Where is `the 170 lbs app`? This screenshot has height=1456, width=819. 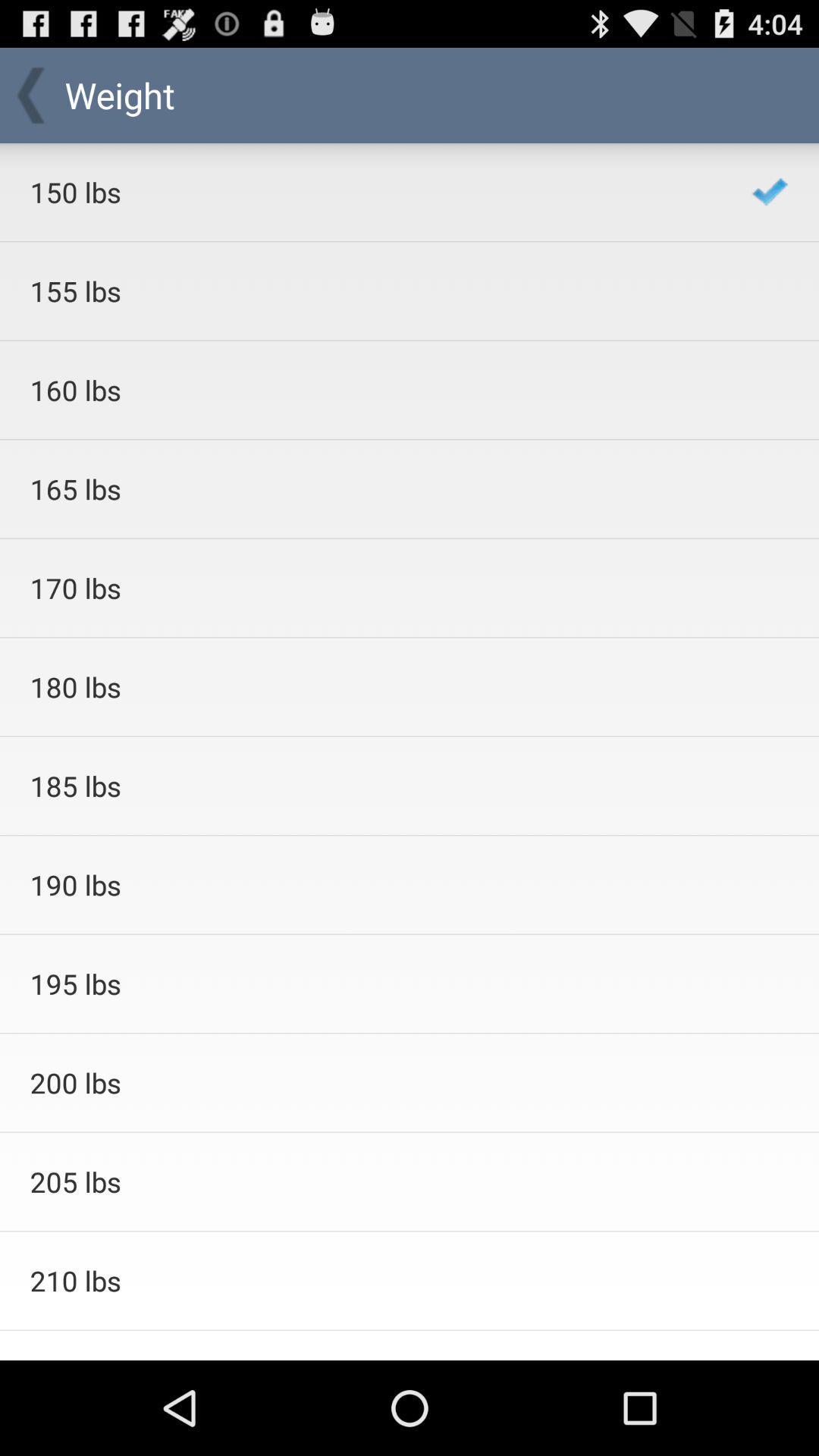
the 170 lbs app is located at coordinates (371, 587).